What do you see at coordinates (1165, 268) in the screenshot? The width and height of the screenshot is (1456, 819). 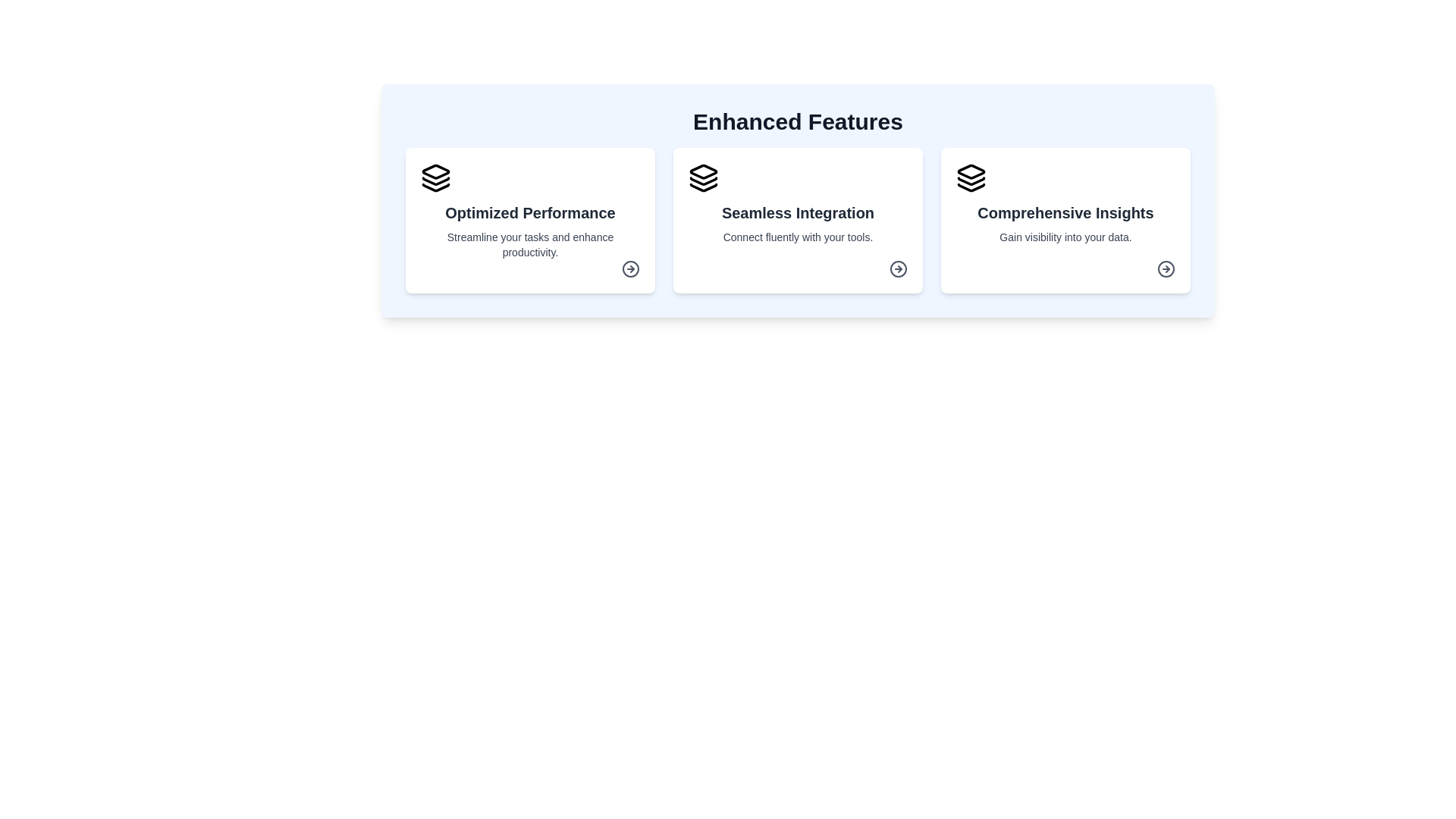 I see `the actionable icon located in the lower-right corner of the 'Comprehensive Insights' card` at bounding box center [1165, 268].